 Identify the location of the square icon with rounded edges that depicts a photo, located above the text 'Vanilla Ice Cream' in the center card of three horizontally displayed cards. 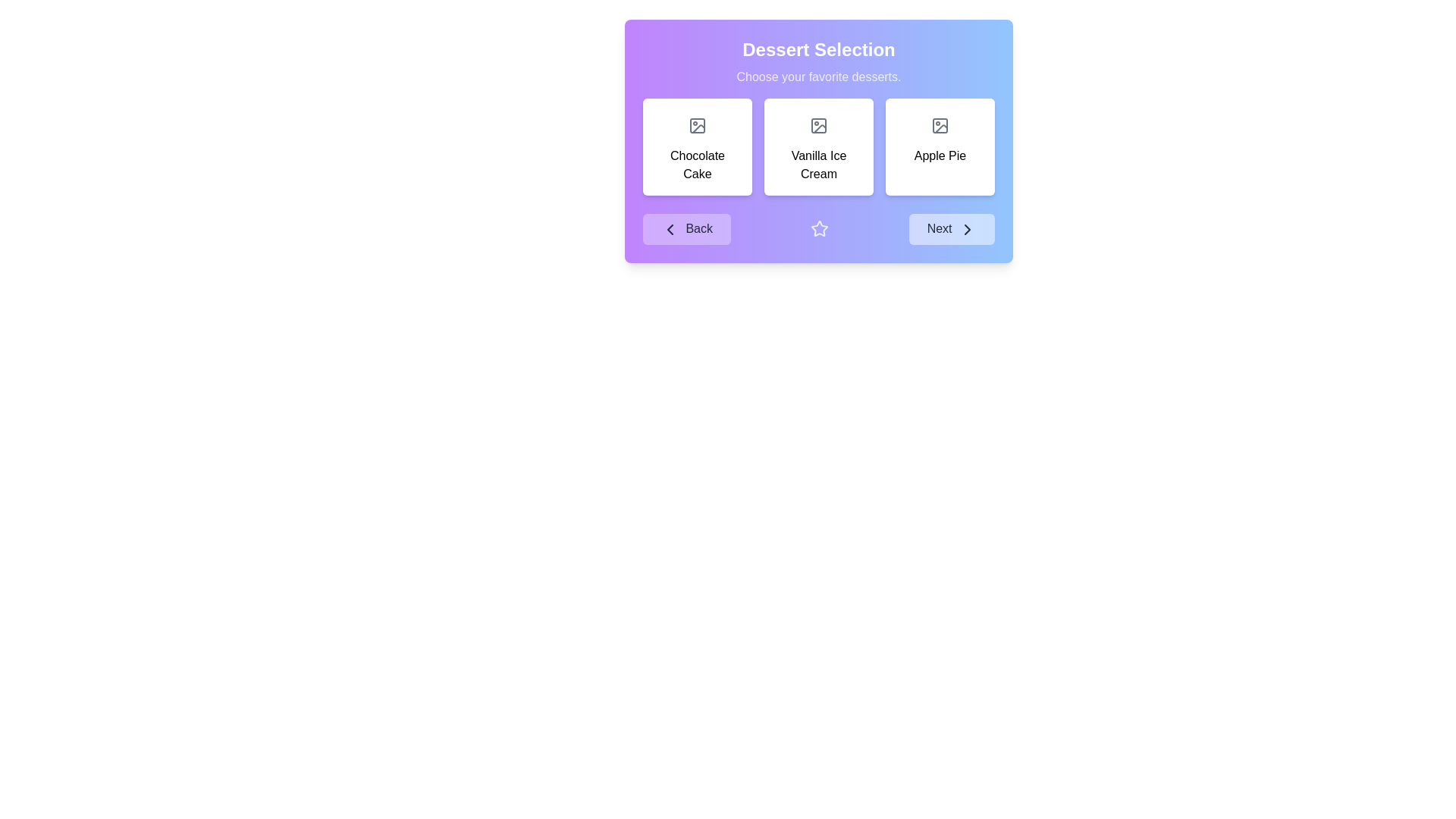
(818, 124).